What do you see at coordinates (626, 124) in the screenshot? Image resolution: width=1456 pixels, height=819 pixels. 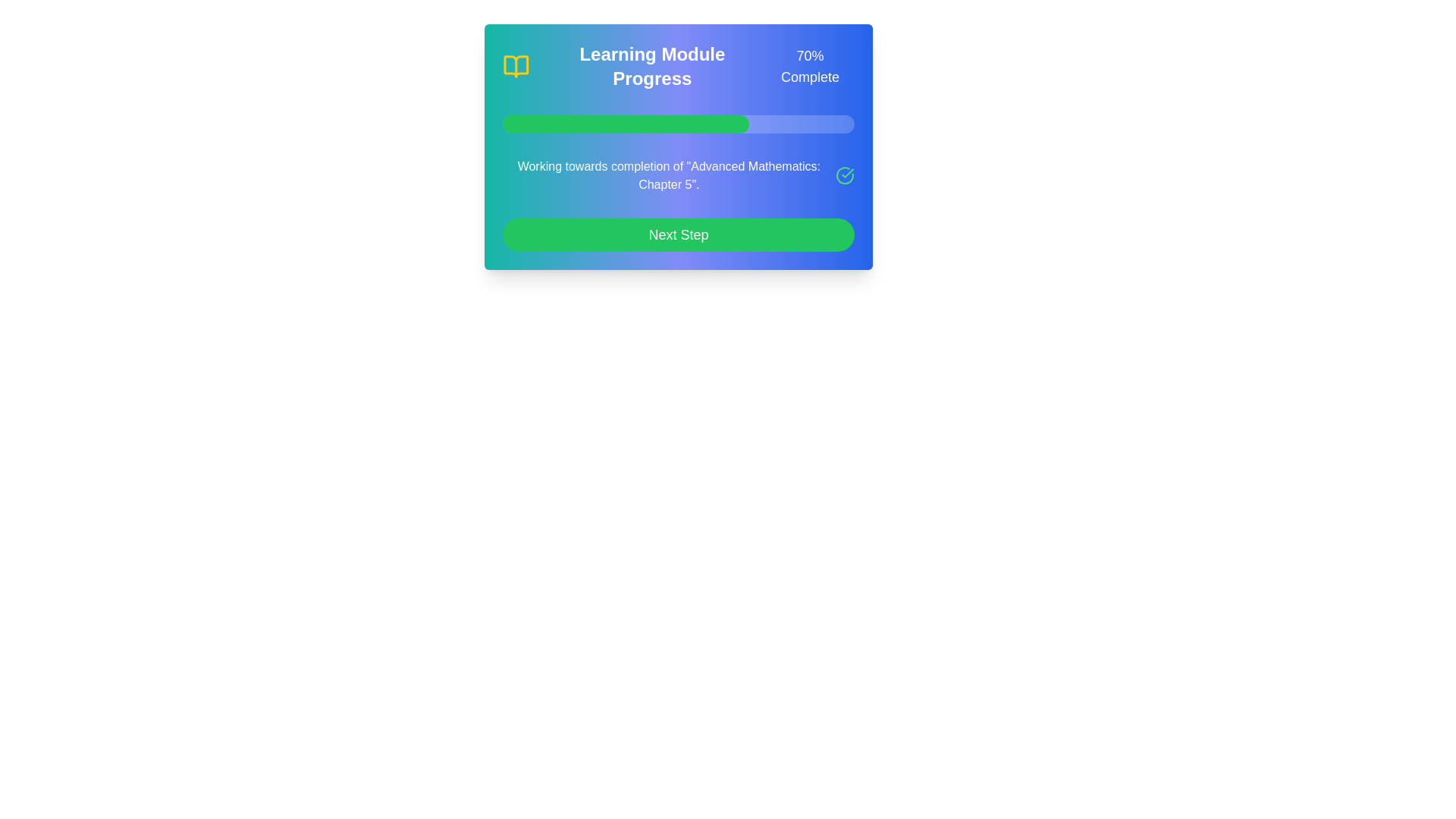 I see `the progress represented by the filled portion of the progress bar, which is a green horizontally elongated rectangle indicating 70% completion, located under the 'Learning Module Progress' text` at bounding box center [626, 124].